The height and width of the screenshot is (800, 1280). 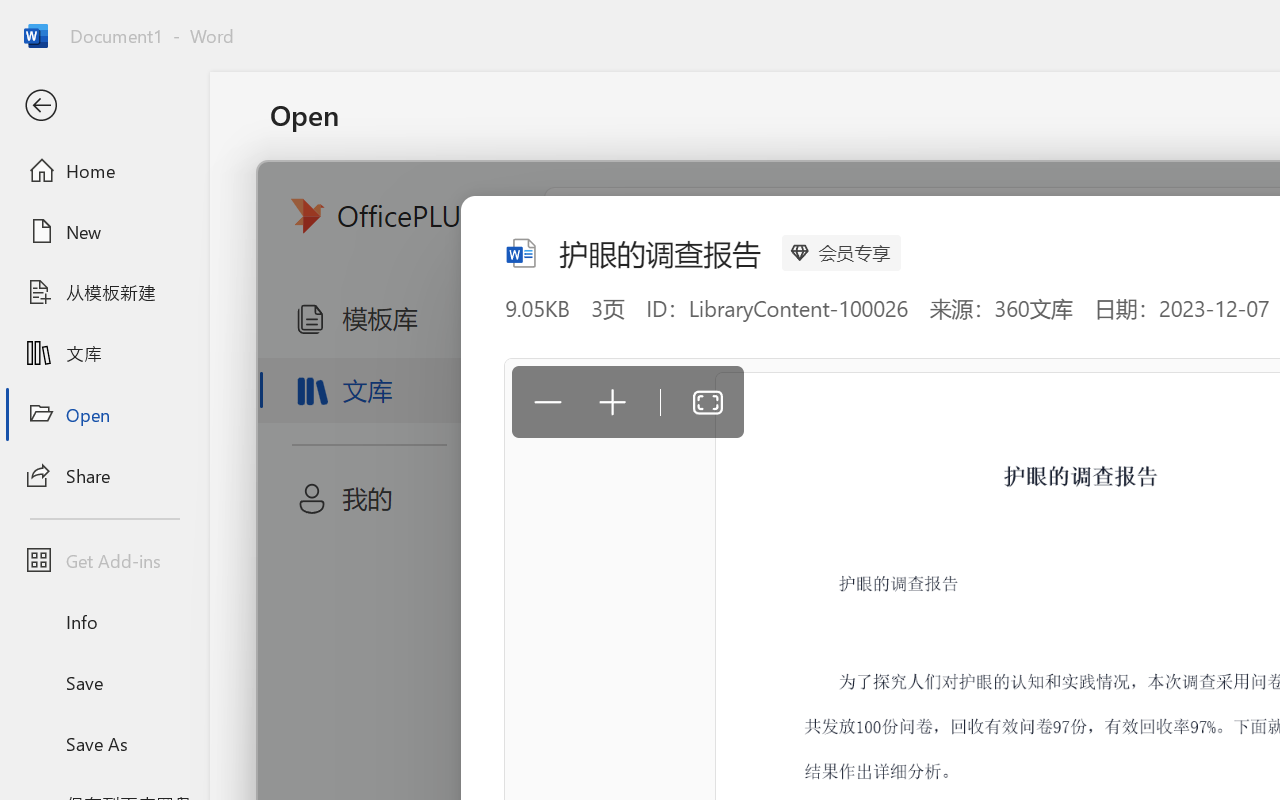 What do you see at coordinates (103, 621) in the screenshot?
I see `'Info'` at bounding box center [103, 621].